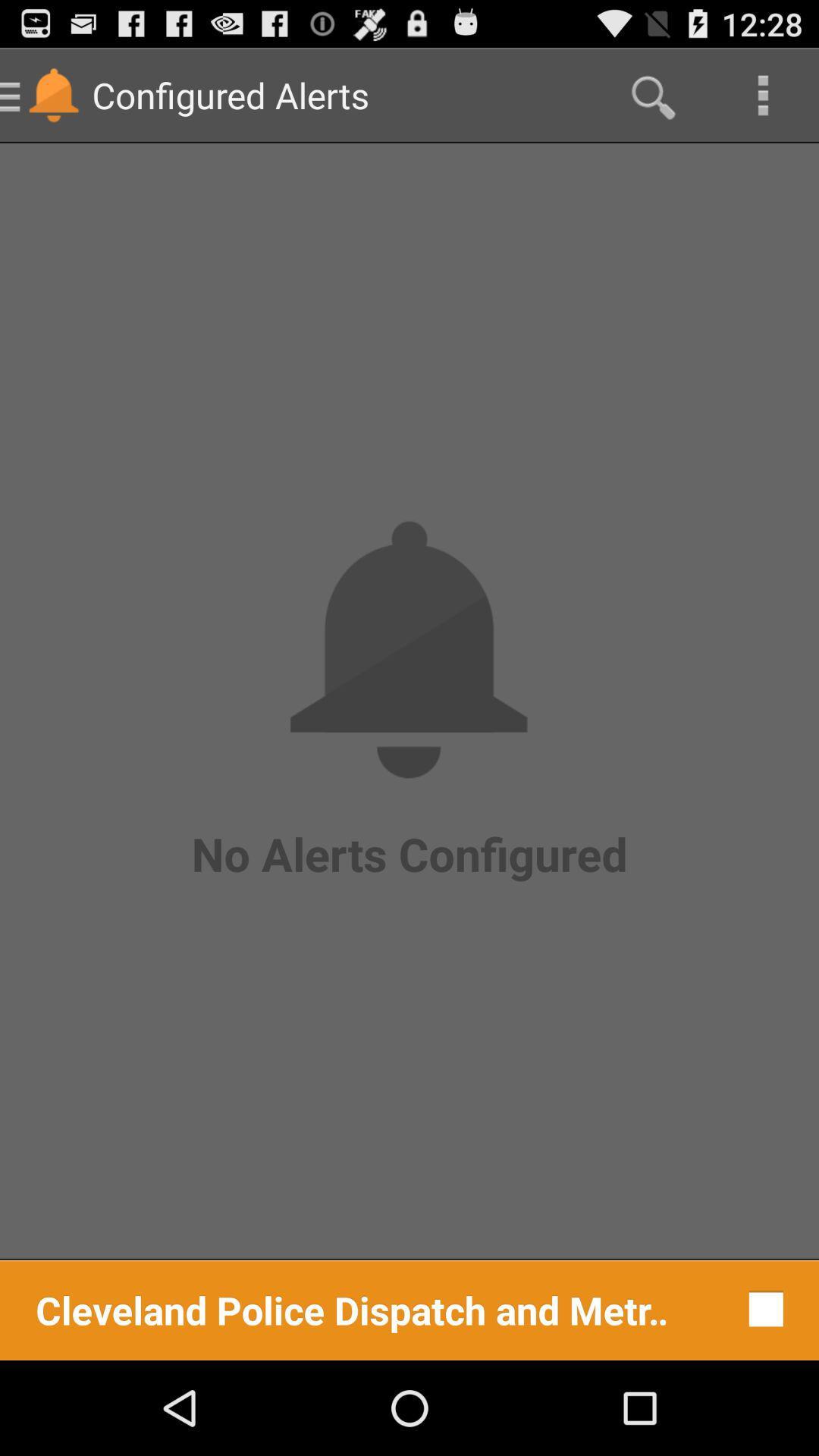  Describe the element at coordinates (353, 1308) in the screenshot. I see `icon at the bottom` at that location.